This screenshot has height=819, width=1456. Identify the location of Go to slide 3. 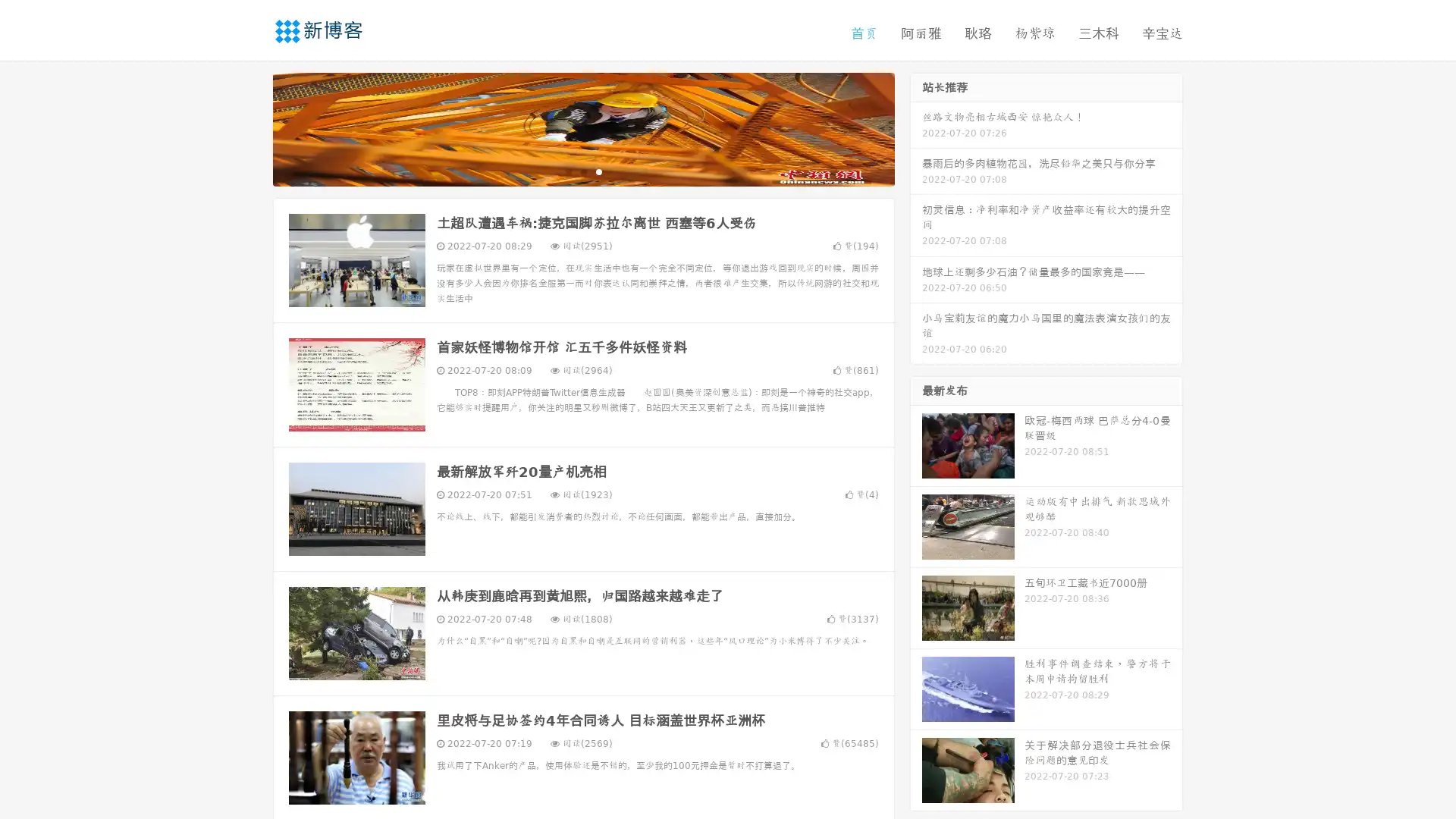
(598, 171).